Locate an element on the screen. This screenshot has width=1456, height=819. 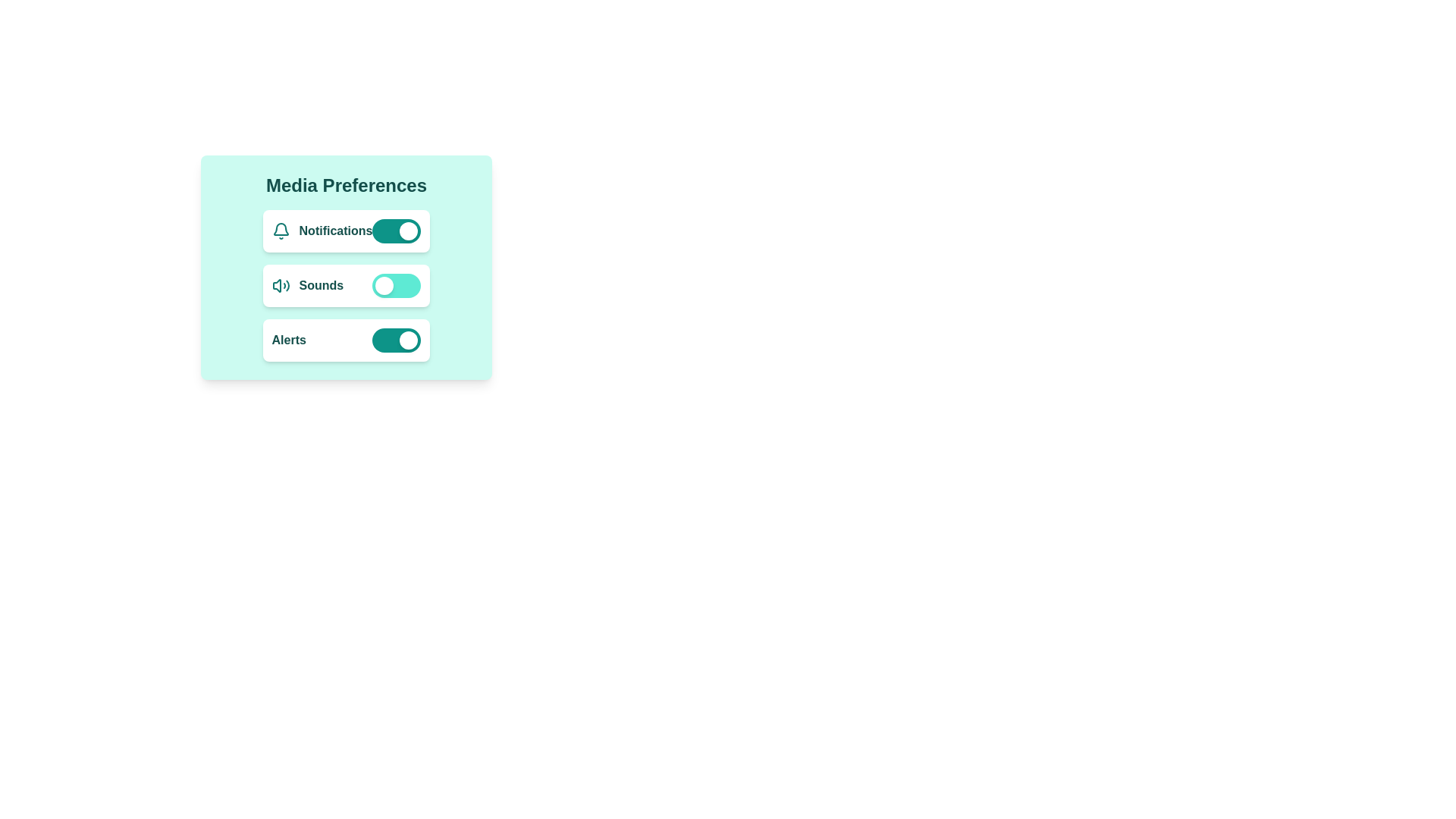
the List item with an interactive toggle switch labeled 'Sounds' is located at coordinates (345, 286).